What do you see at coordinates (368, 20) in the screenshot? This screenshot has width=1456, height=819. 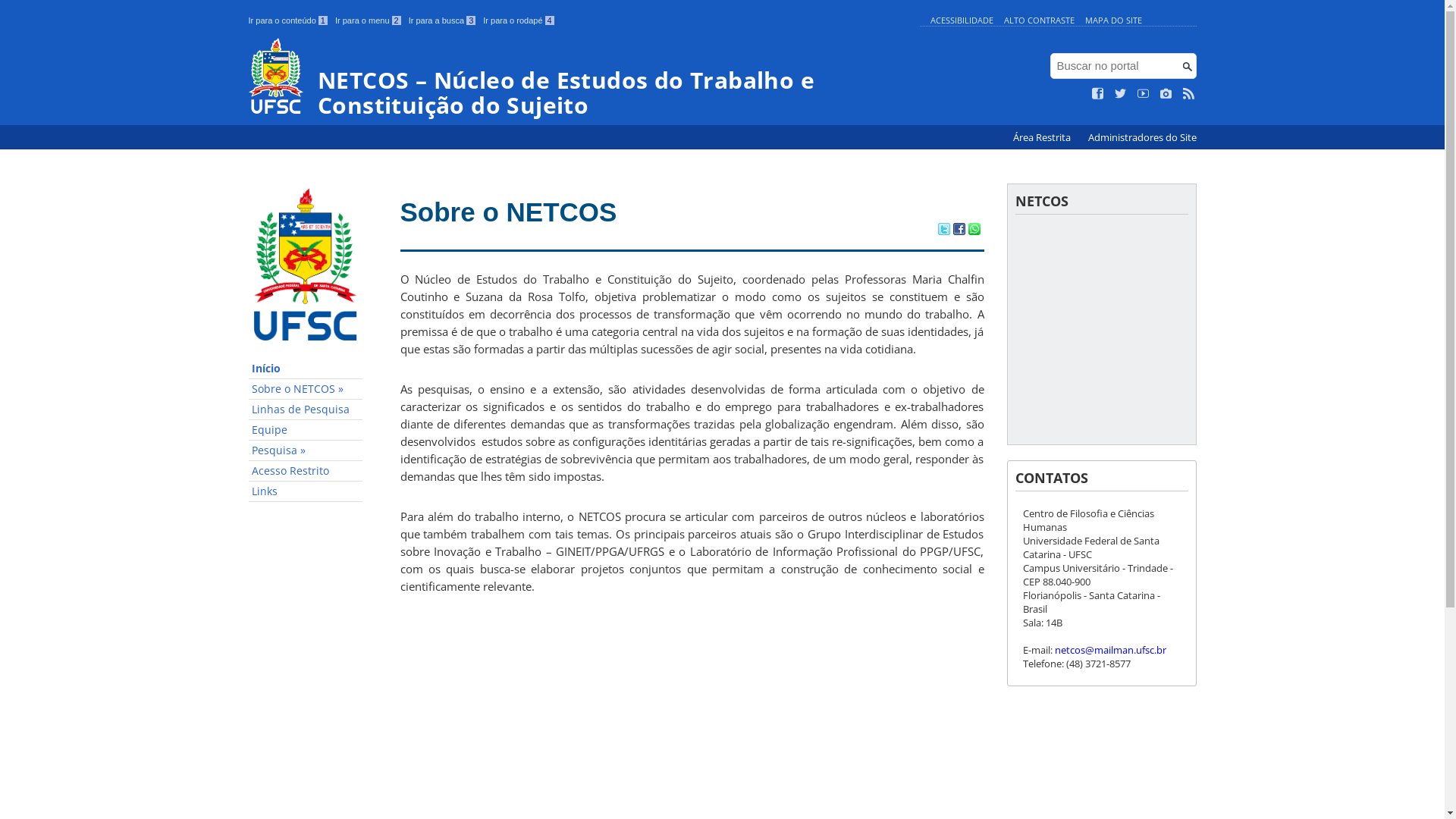 I see `'Ir para o menu 2'` at bounding box center [368, 20].